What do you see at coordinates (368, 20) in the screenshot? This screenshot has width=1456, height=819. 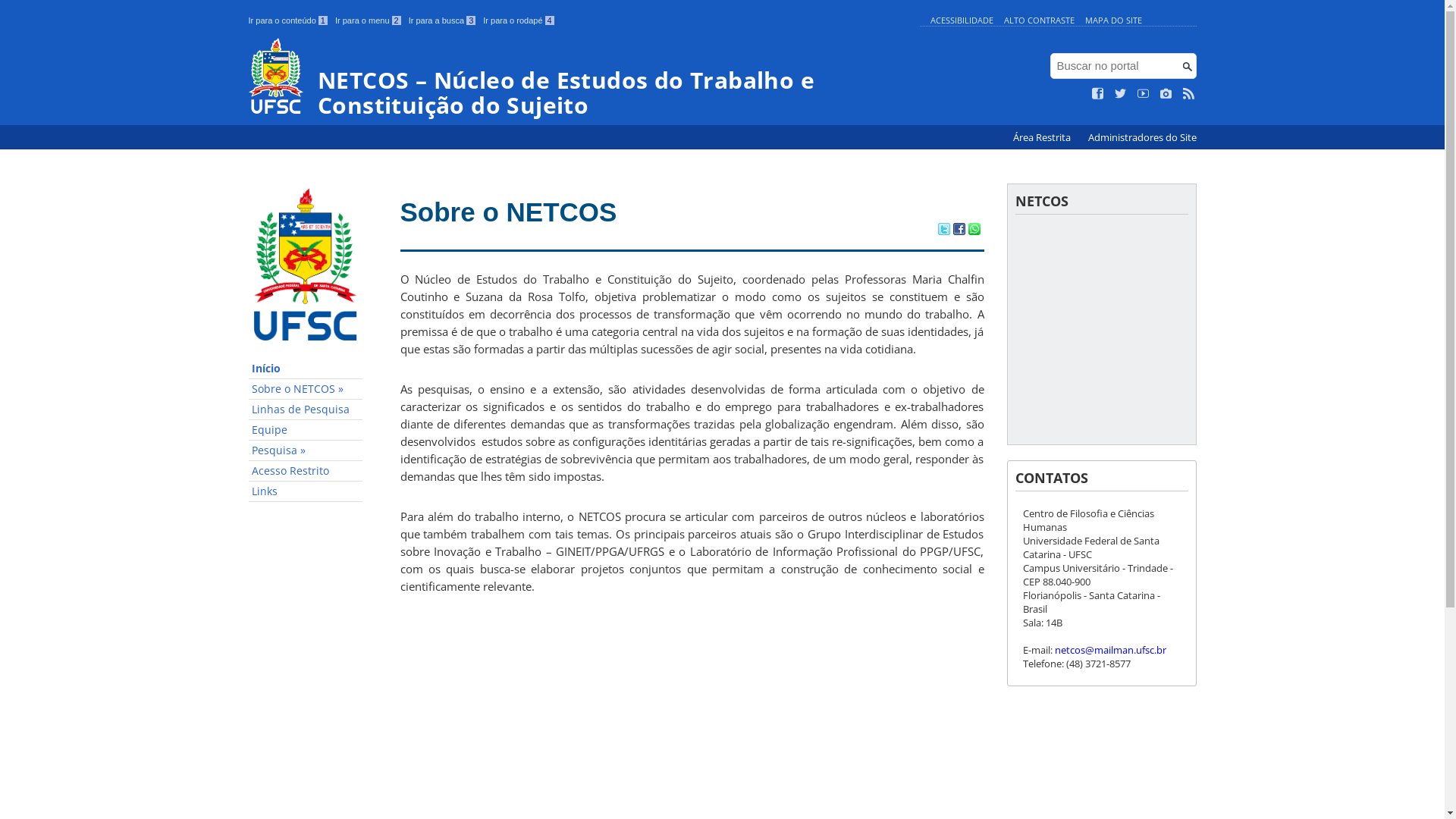 I see `'Ir para o menu 2'` at bounding box center [368, 20].